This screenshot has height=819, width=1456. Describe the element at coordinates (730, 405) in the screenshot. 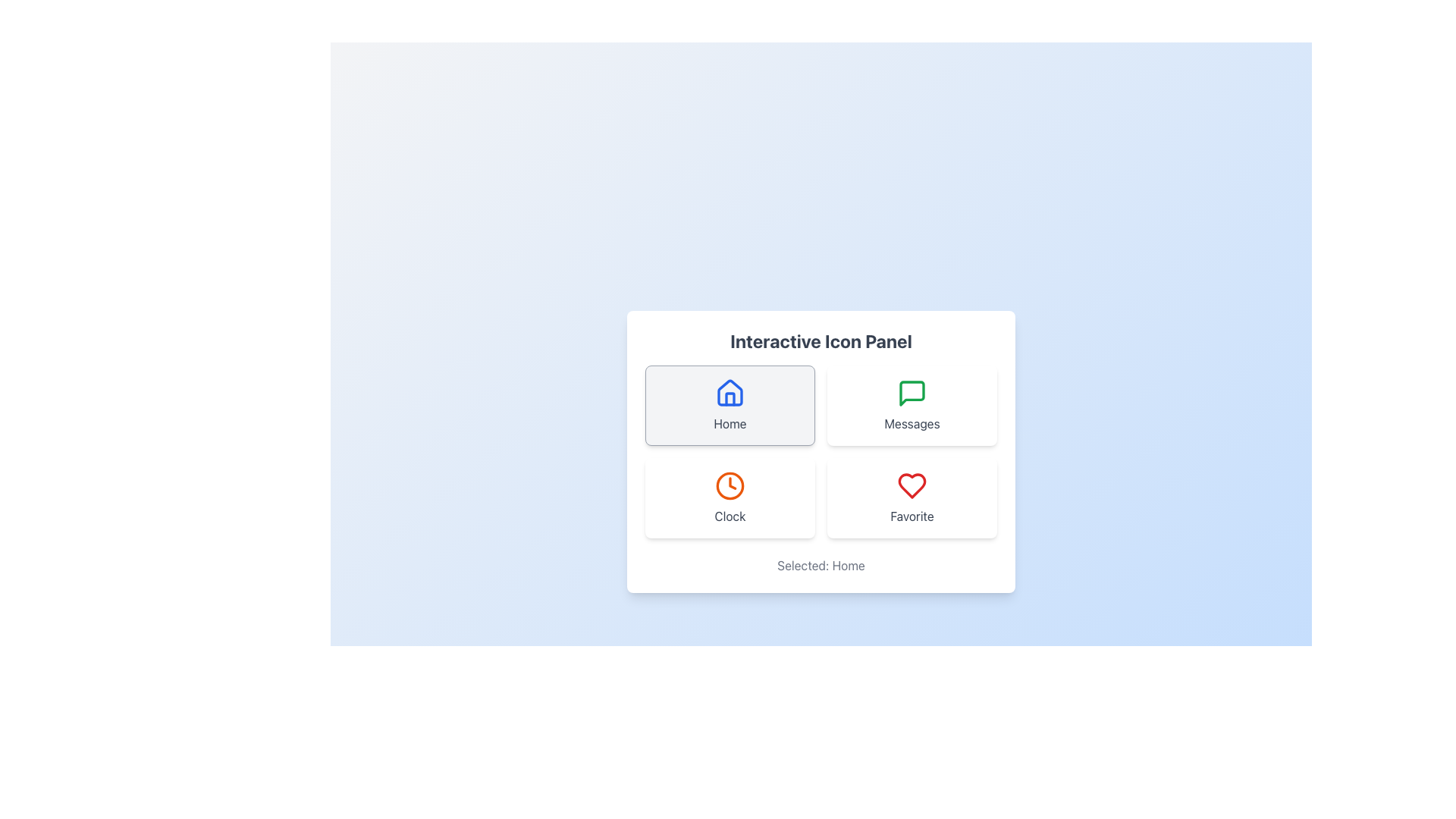

I see `the 'Home' button located in the top-left position of the 2x2 grid within the 'Interactive Icon Panel'` at that location.